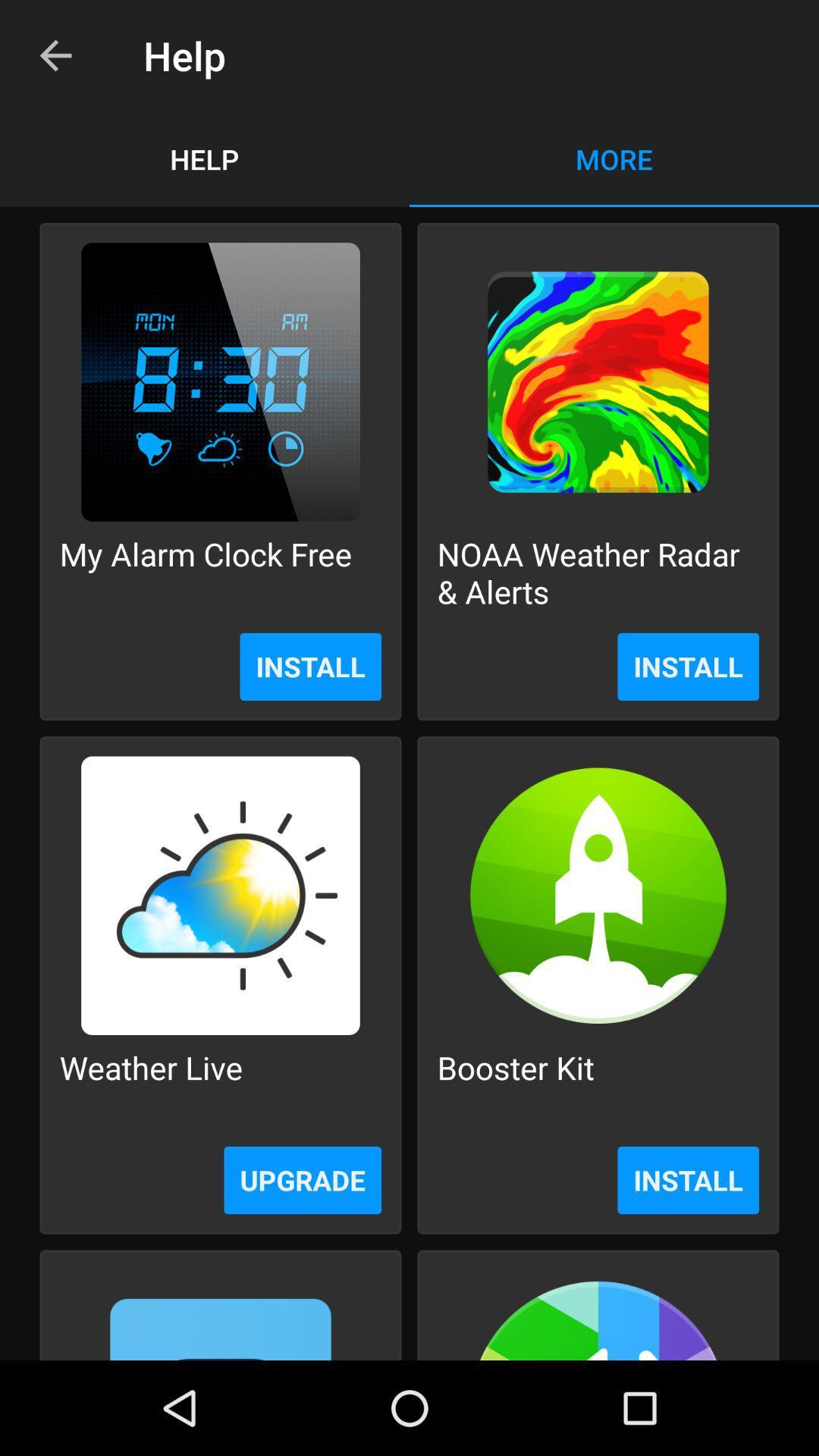  I want to click on the item below the weather live item, so click(303, 1179).